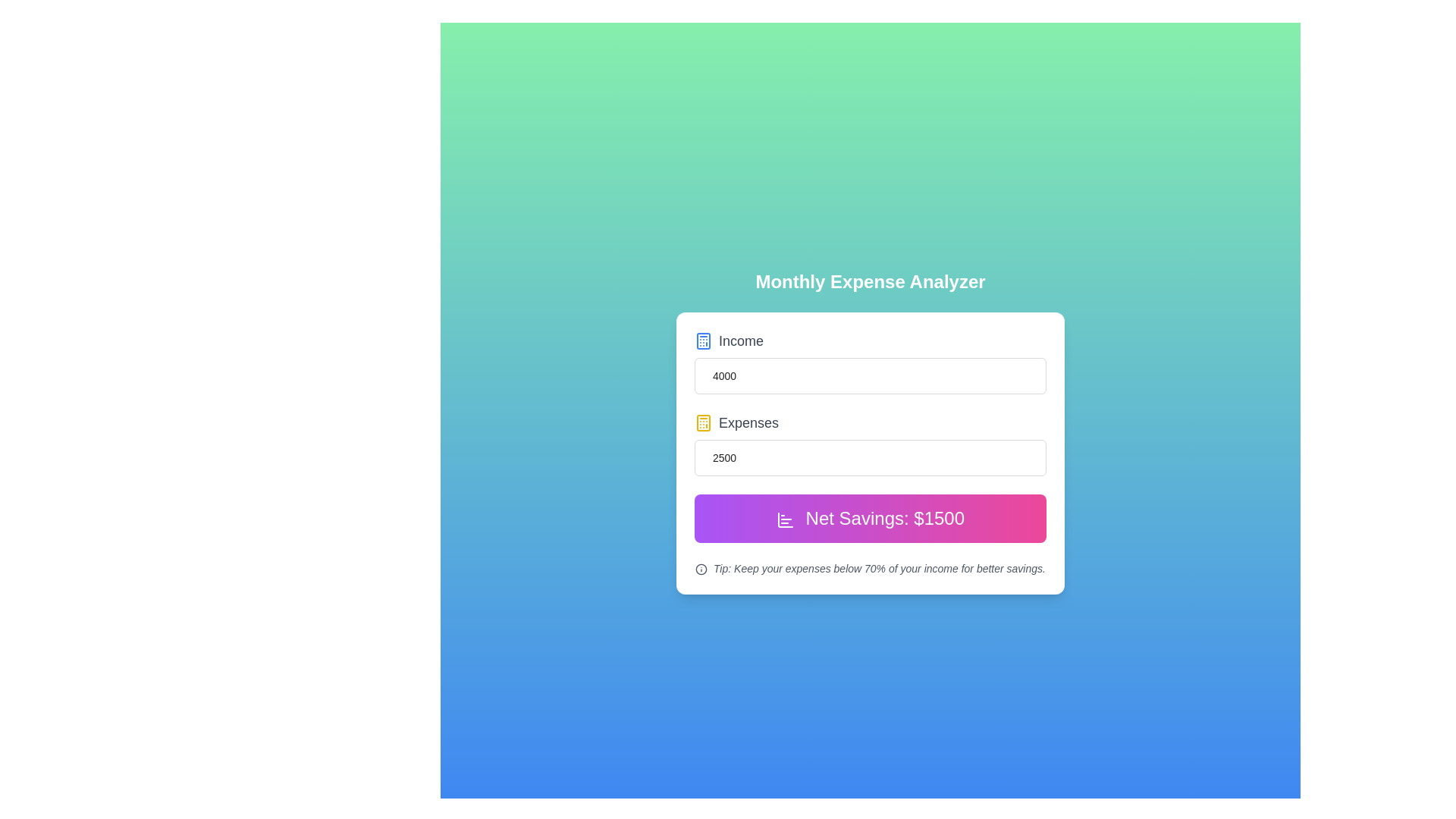  What do you see at coordinates (870, 517) in the screenshot?
I see `the Informational Banner which displays 'Net Savings: $1500' with a gradient background from purple to pink and a bar chart icon on the left` at bounding box center [870, 517].